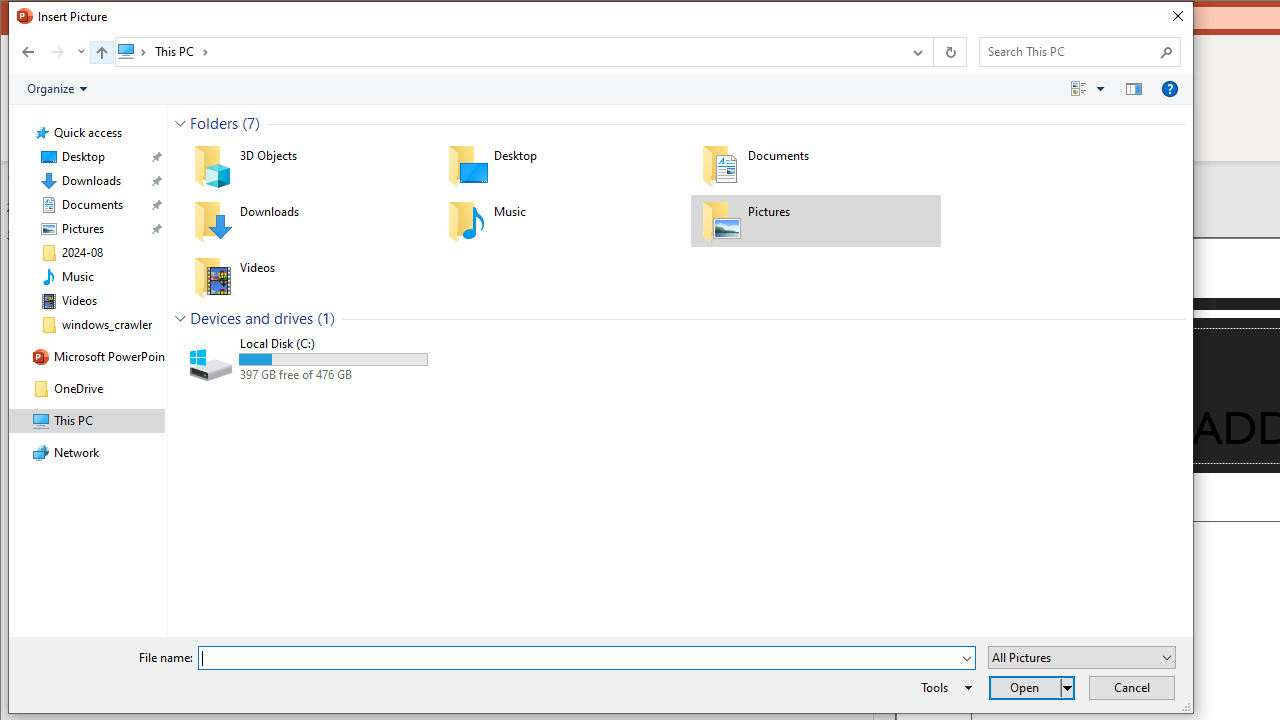 Image resolution: width=1280 pixels, height=720 pixels. What do you see at coordinates (333, 375) in the screenshot?
I see `'Available space'` at bounding box center [333, 375].